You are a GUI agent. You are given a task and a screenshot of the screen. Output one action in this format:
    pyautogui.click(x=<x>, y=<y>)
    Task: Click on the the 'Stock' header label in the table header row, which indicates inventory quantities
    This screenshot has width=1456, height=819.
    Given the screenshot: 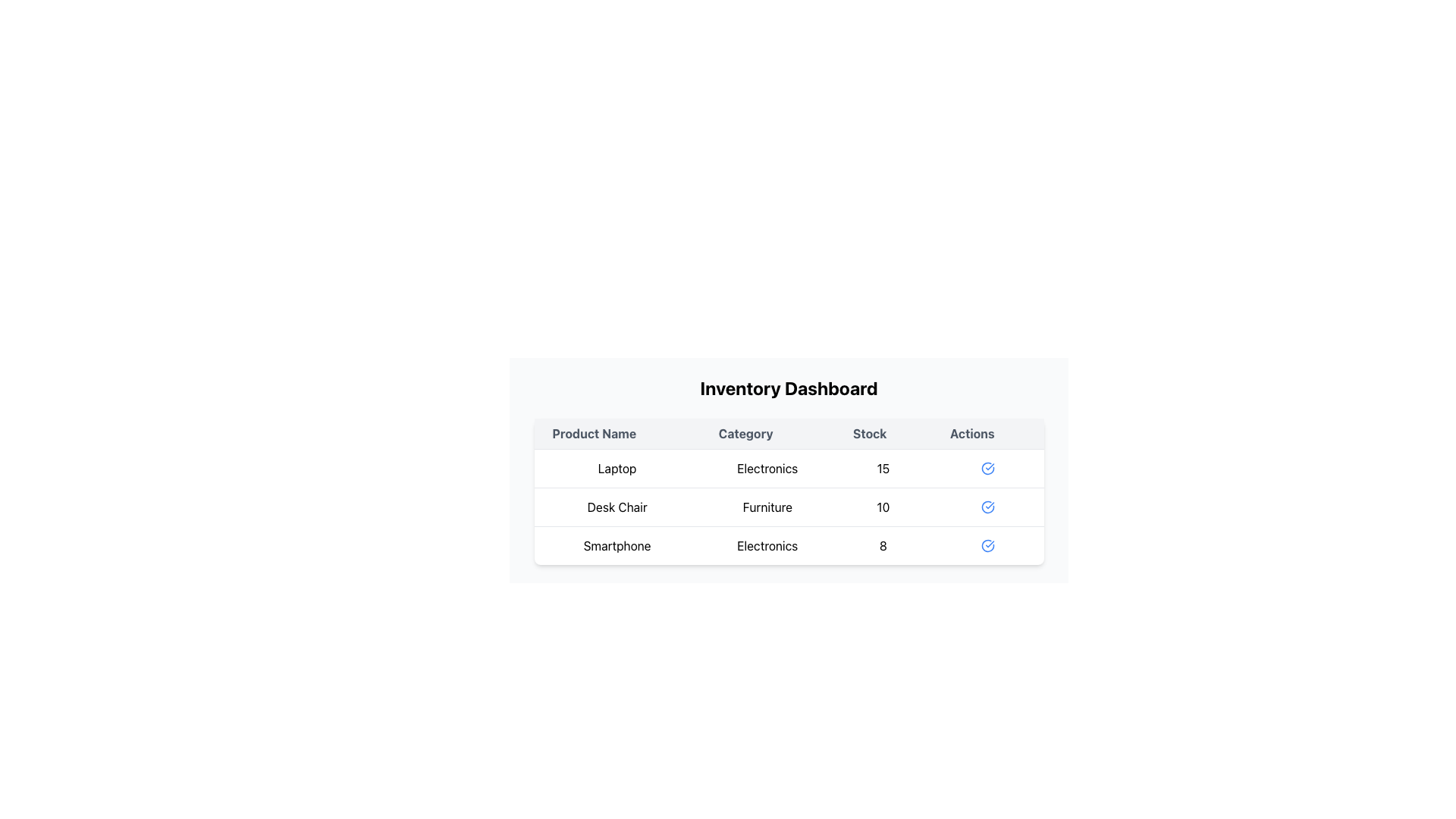 What is the action you would take?
    pyautogui.click(x=883, y=434)
    